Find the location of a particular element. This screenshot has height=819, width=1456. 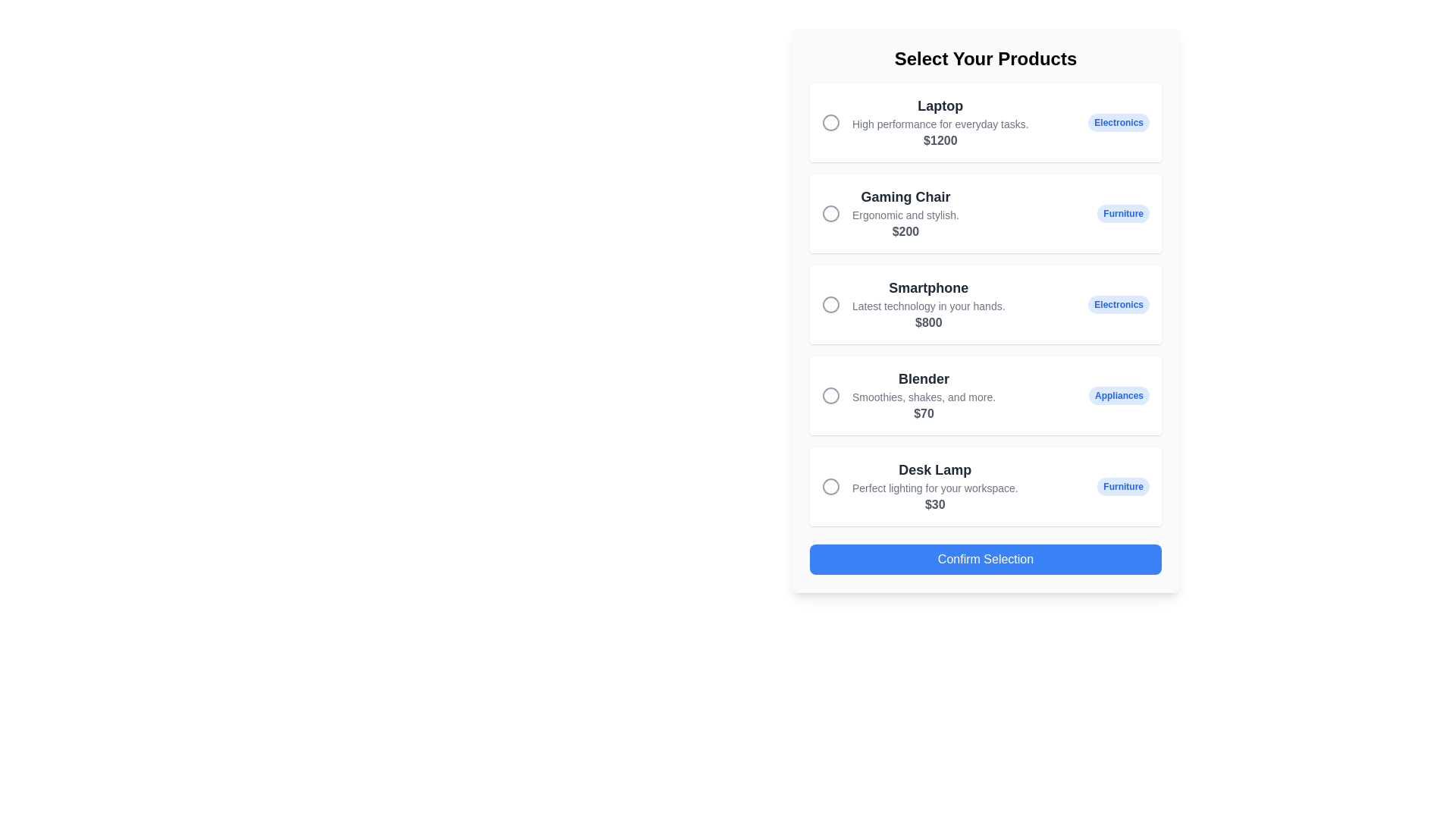

the circular radio button with a thin gray stroke located adjacent to the 'Blender' product label to make a selection is located at coordinates (830, 394).